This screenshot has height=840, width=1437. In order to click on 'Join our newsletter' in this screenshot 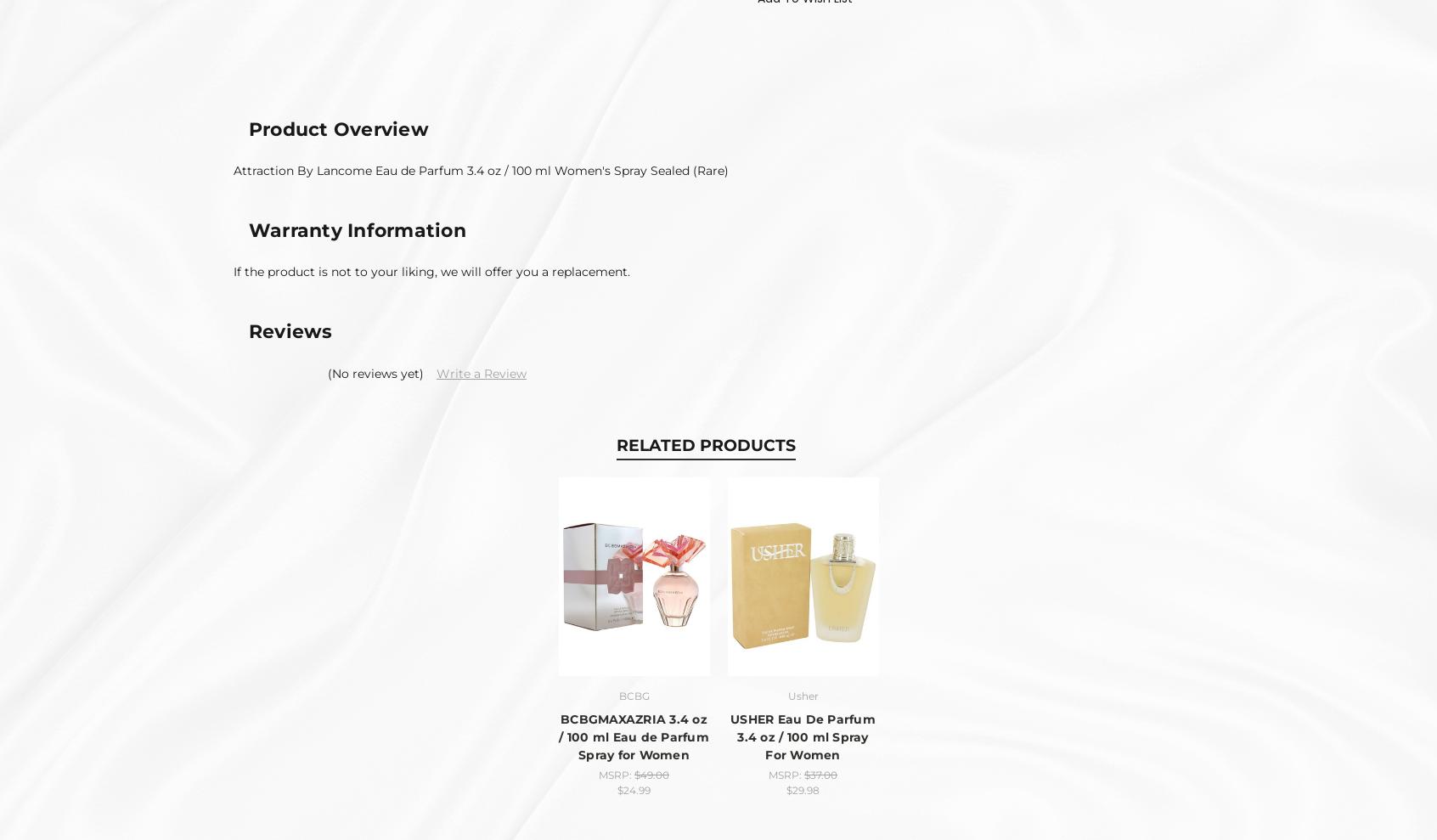, I will do `click(360, 350)`.